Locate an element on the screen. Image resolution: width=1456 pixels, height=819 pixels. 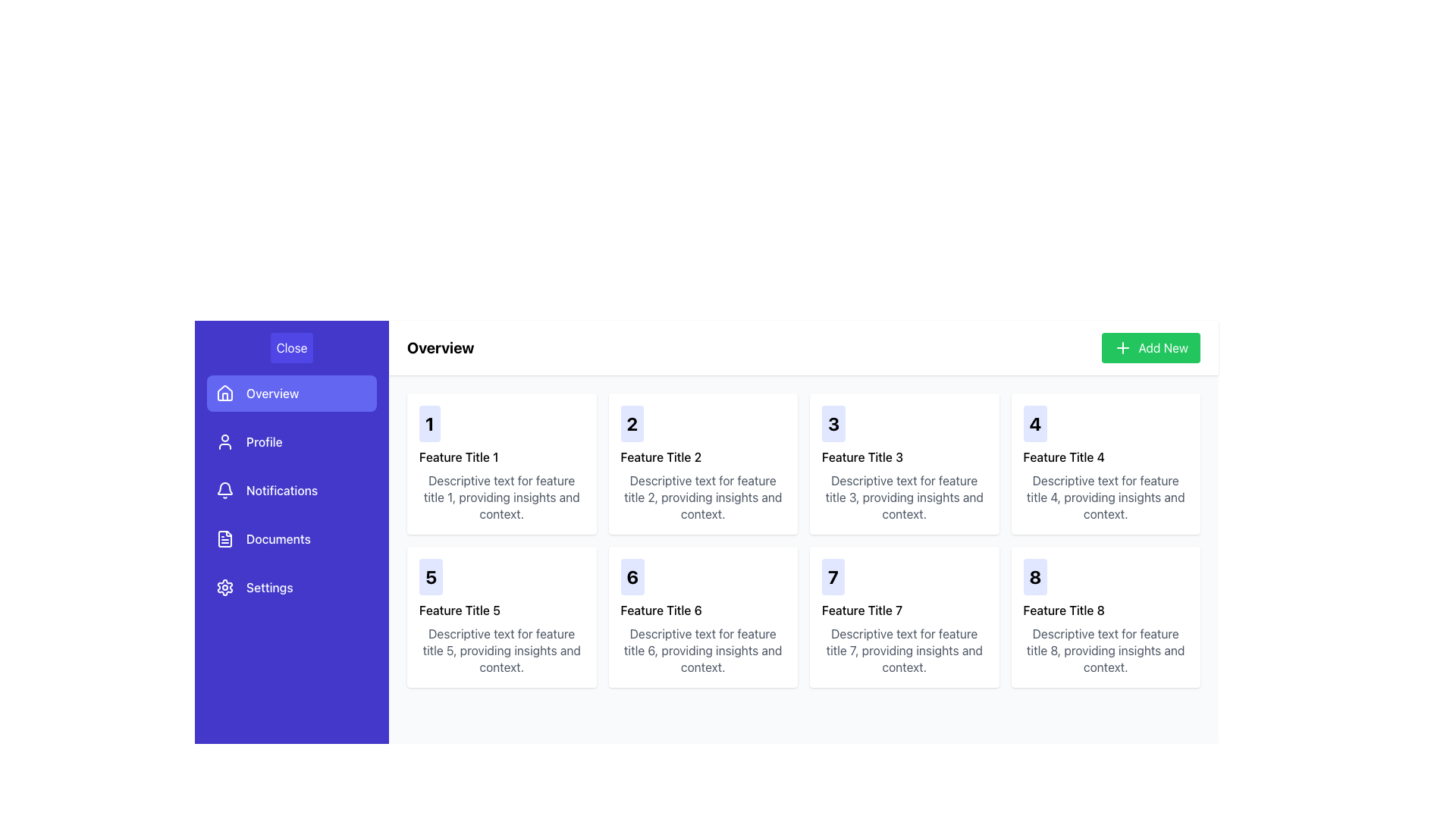
the icon within the green 'Add New' button located at the top-right corner of the feature card section is located at coordinates (1123, 348).